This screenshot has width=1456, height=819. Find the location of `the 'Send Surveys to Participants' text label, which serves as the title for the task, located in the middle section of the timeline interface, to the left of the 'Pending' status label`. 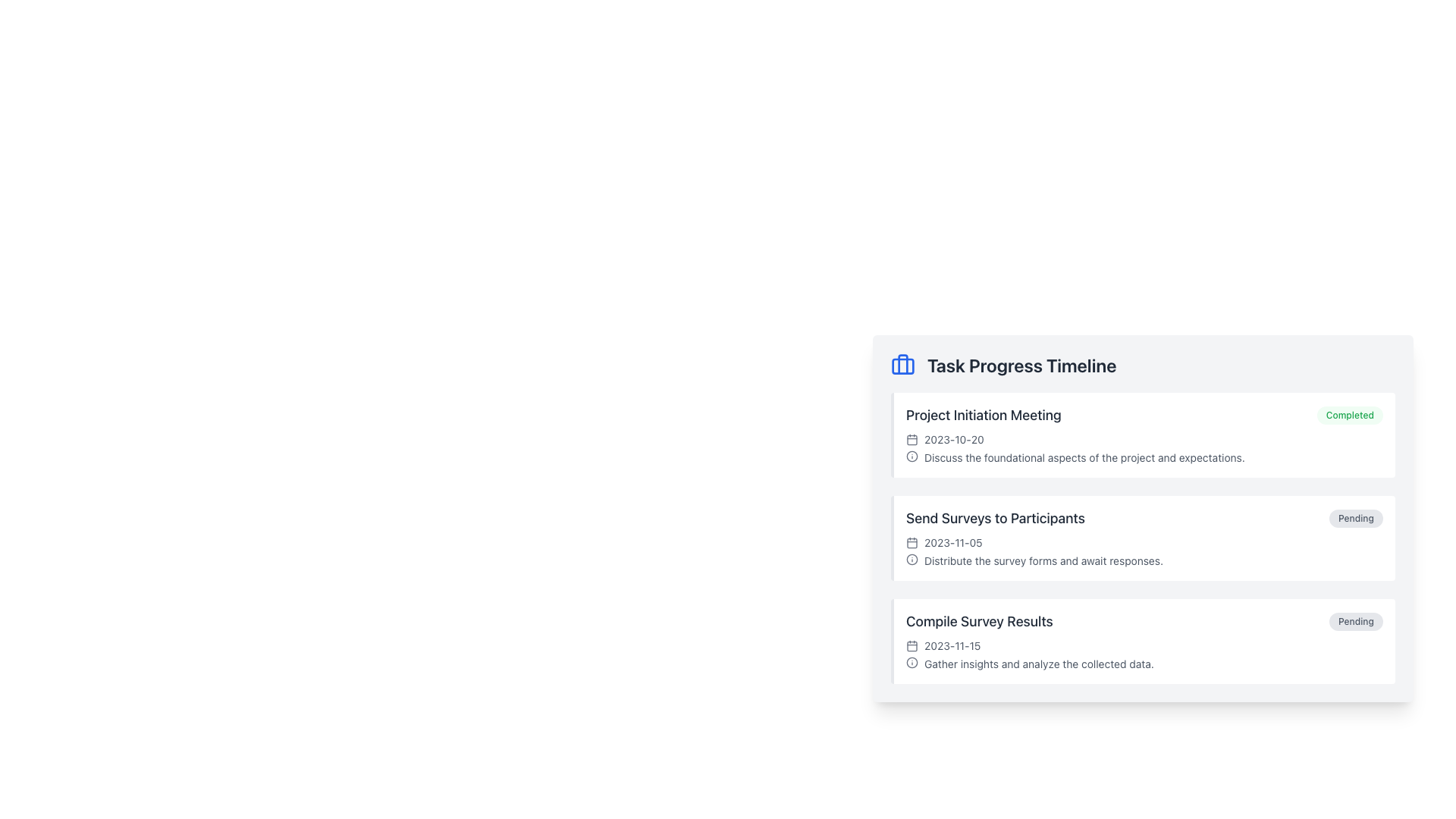

the 'Send Surveys to Participants' text label, which serves as the title for the task, located in the middle section of the timeline interface, to the left of the 'Pending' status label is located at coordinates (995, 517).